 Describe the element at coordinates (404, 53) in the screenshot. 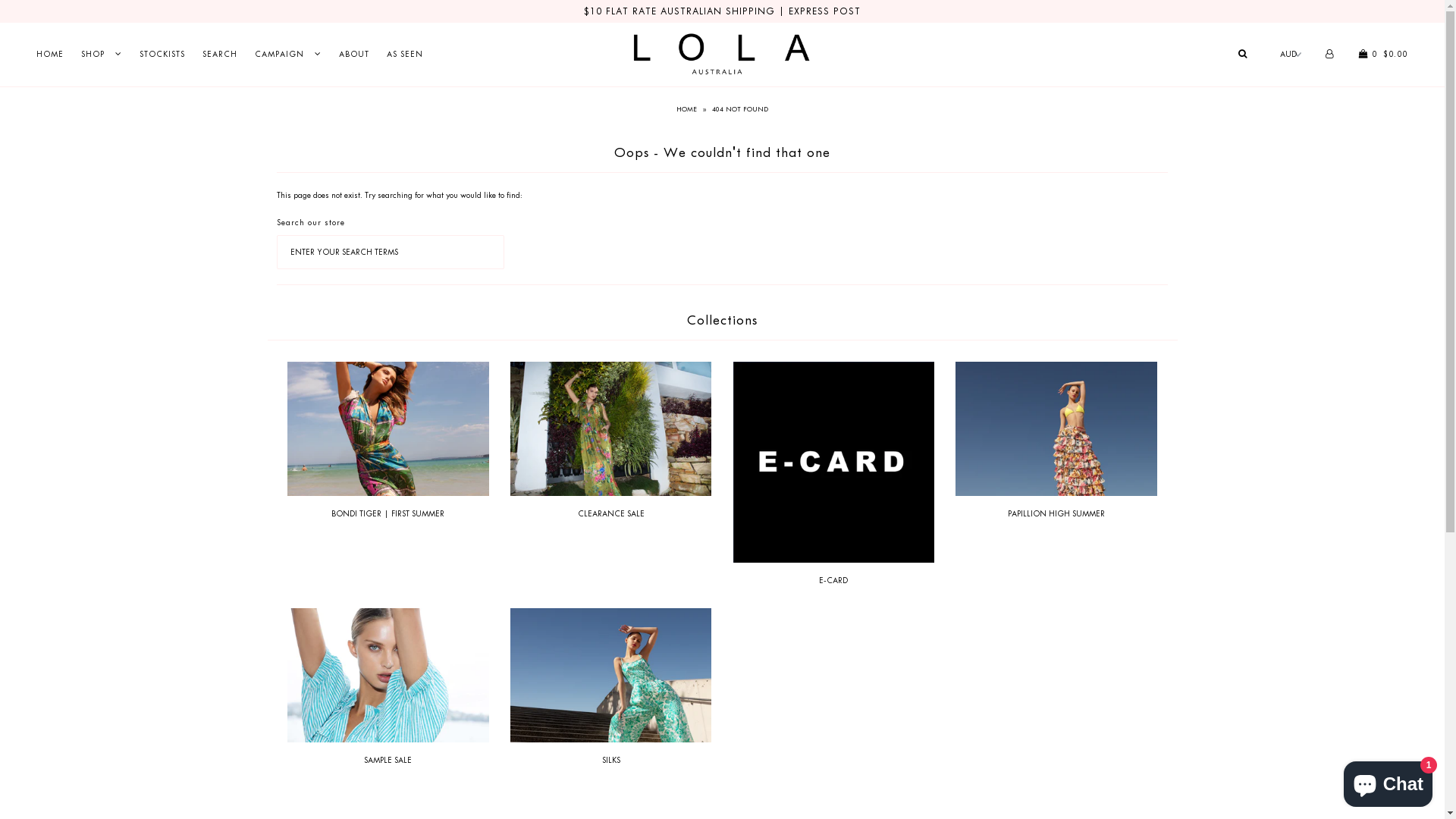

I see `'AS SEEN'` at that location.